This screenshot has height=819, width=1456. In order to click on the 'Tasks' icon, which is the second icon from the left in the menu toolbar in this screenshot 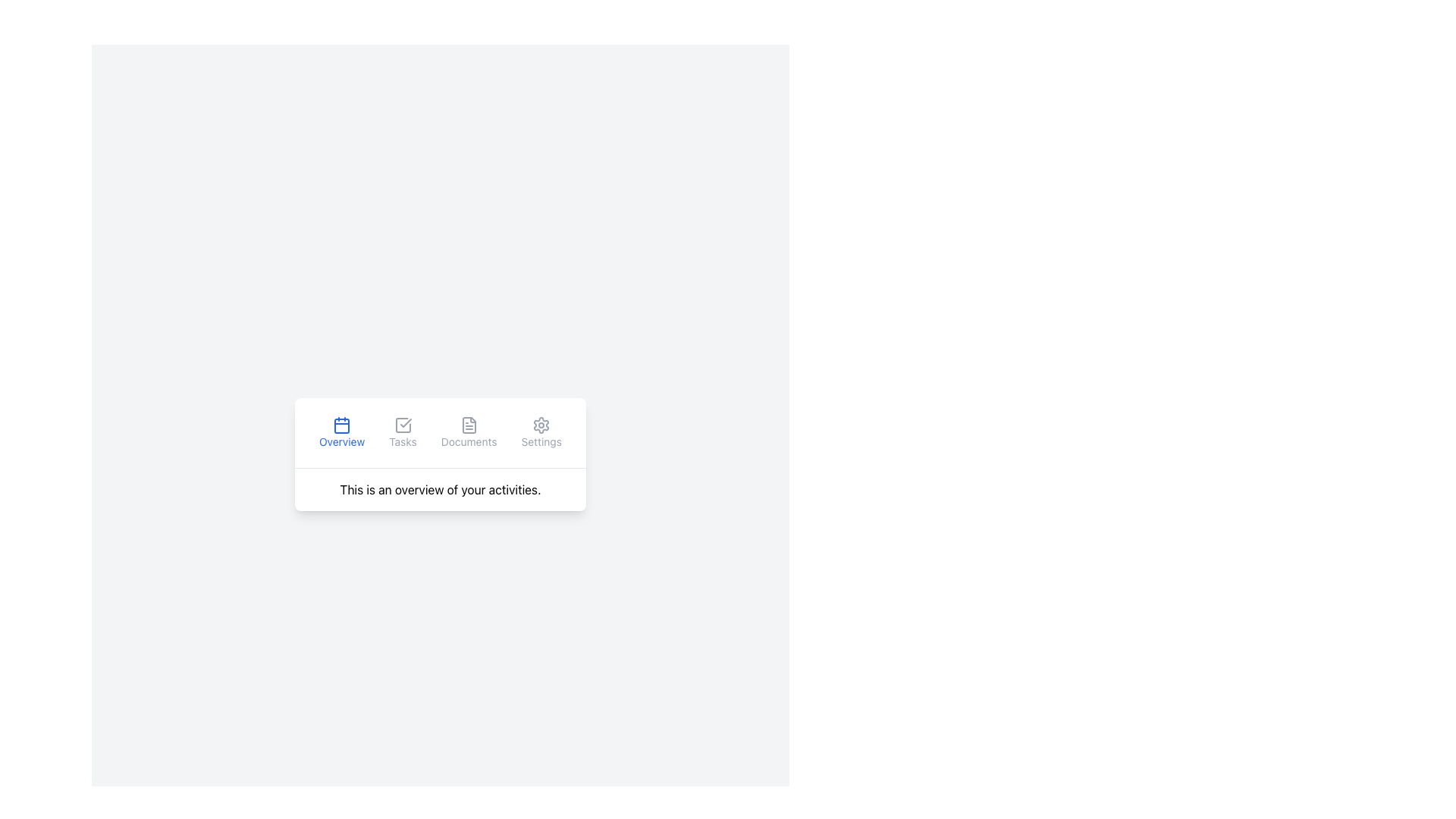, I will do `click(403, 425)`.